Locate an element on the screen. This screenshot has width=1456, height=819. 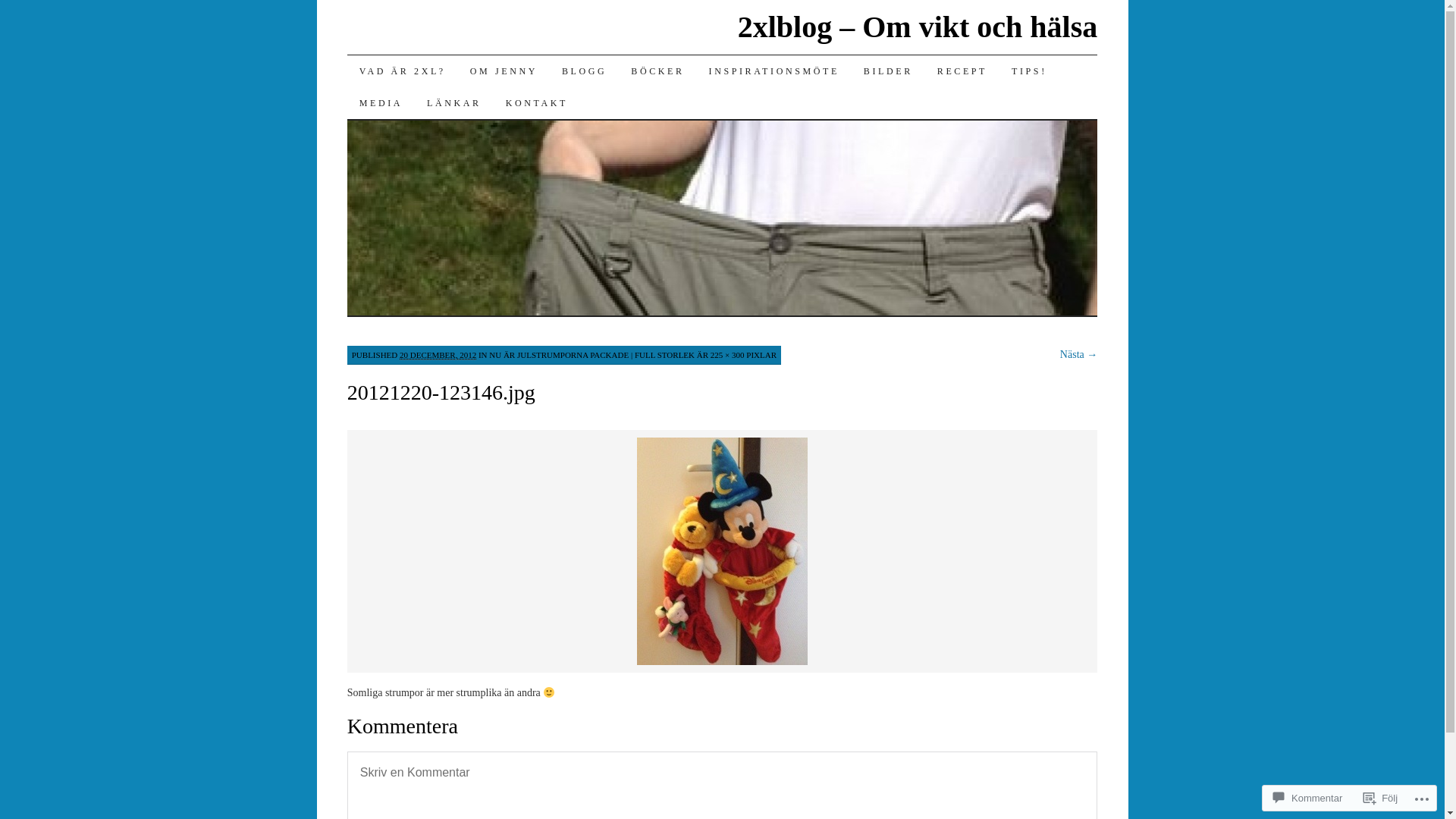
'20121220-123146.jpg' is located at coordinates (721, 662).